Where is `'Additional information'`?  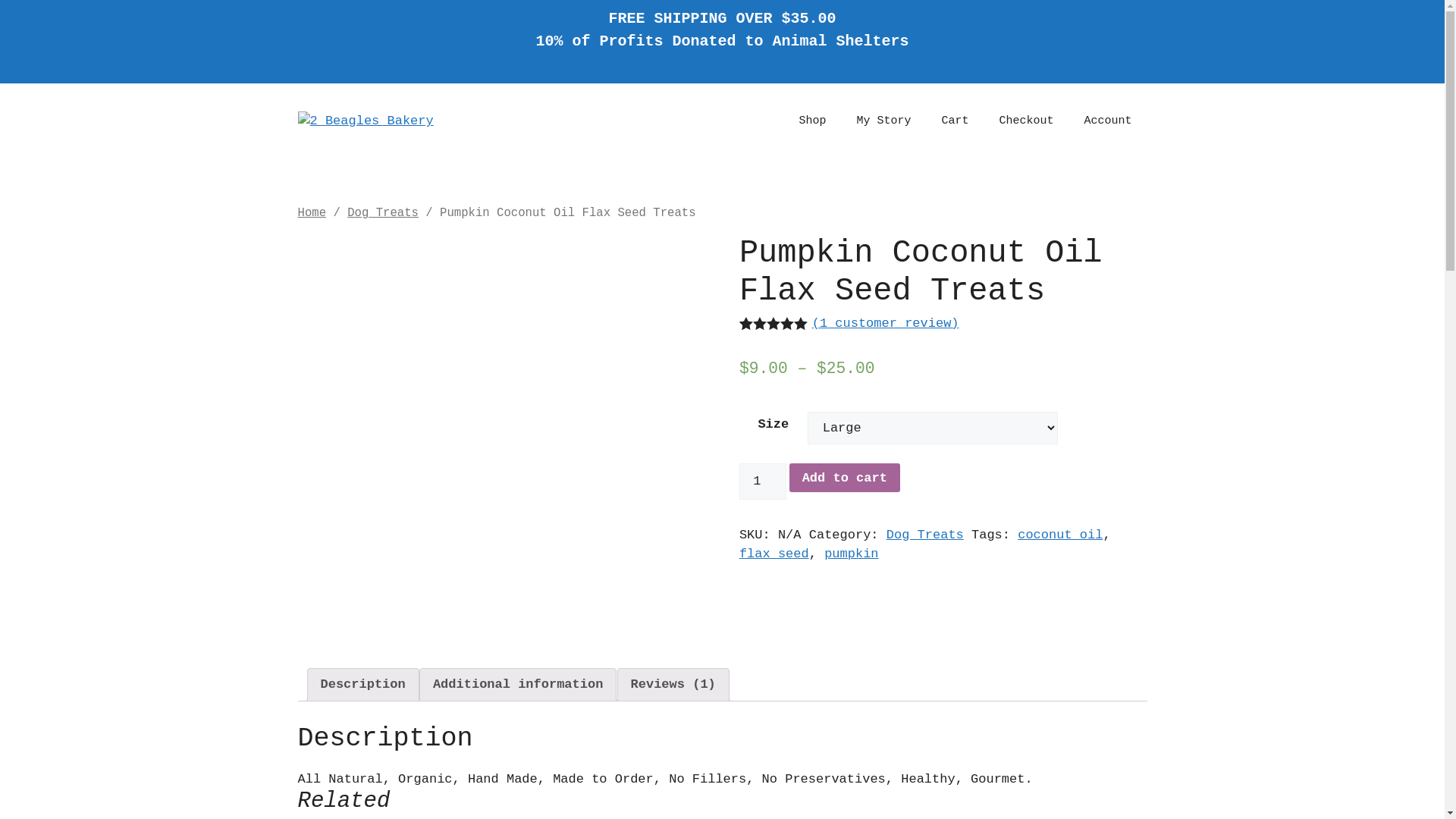 'Additional information' is located at coordinates (517, 685).